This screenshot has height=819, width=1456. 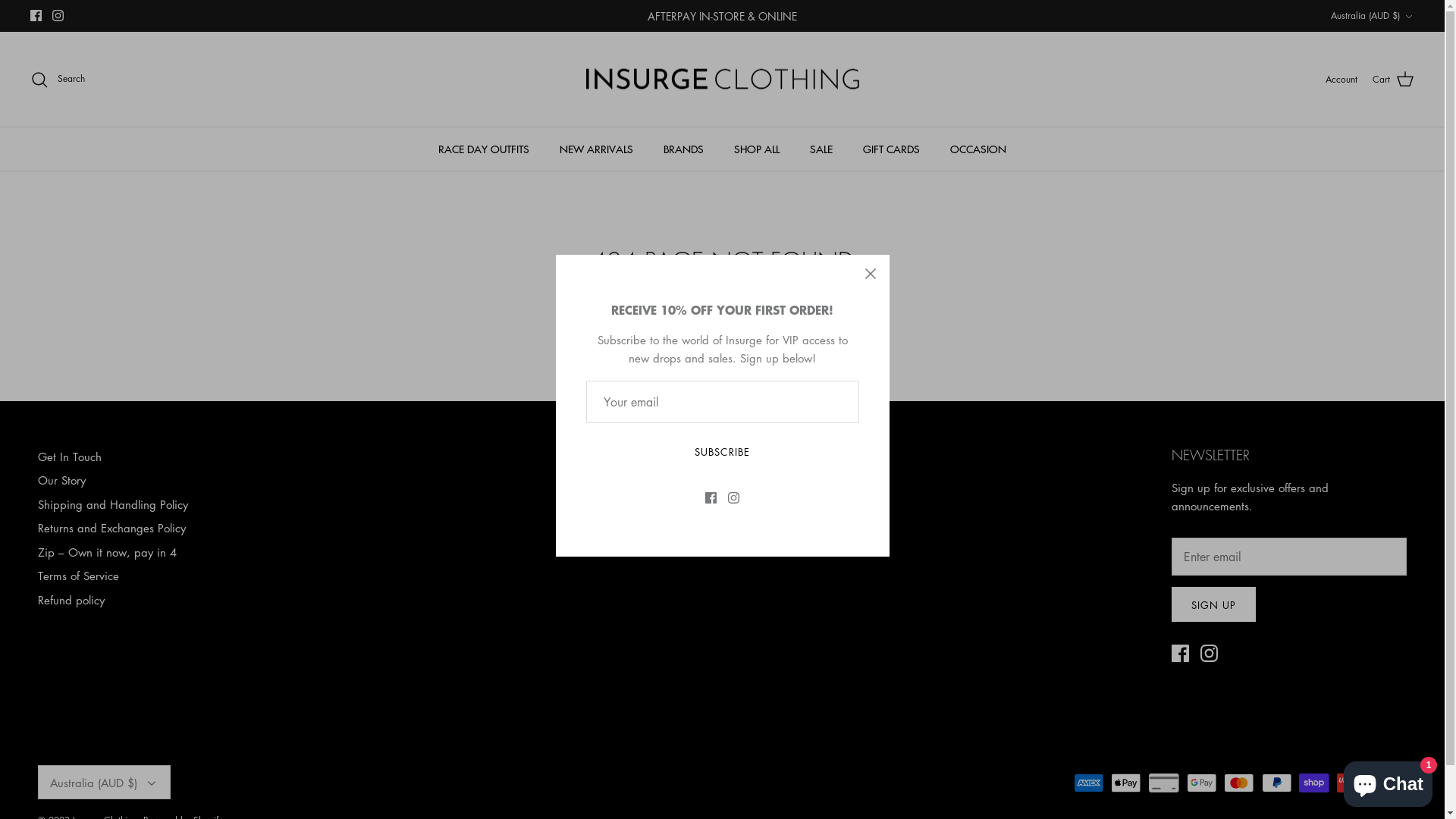 I want to click on 'Cart', so click(x=1372, y=79).